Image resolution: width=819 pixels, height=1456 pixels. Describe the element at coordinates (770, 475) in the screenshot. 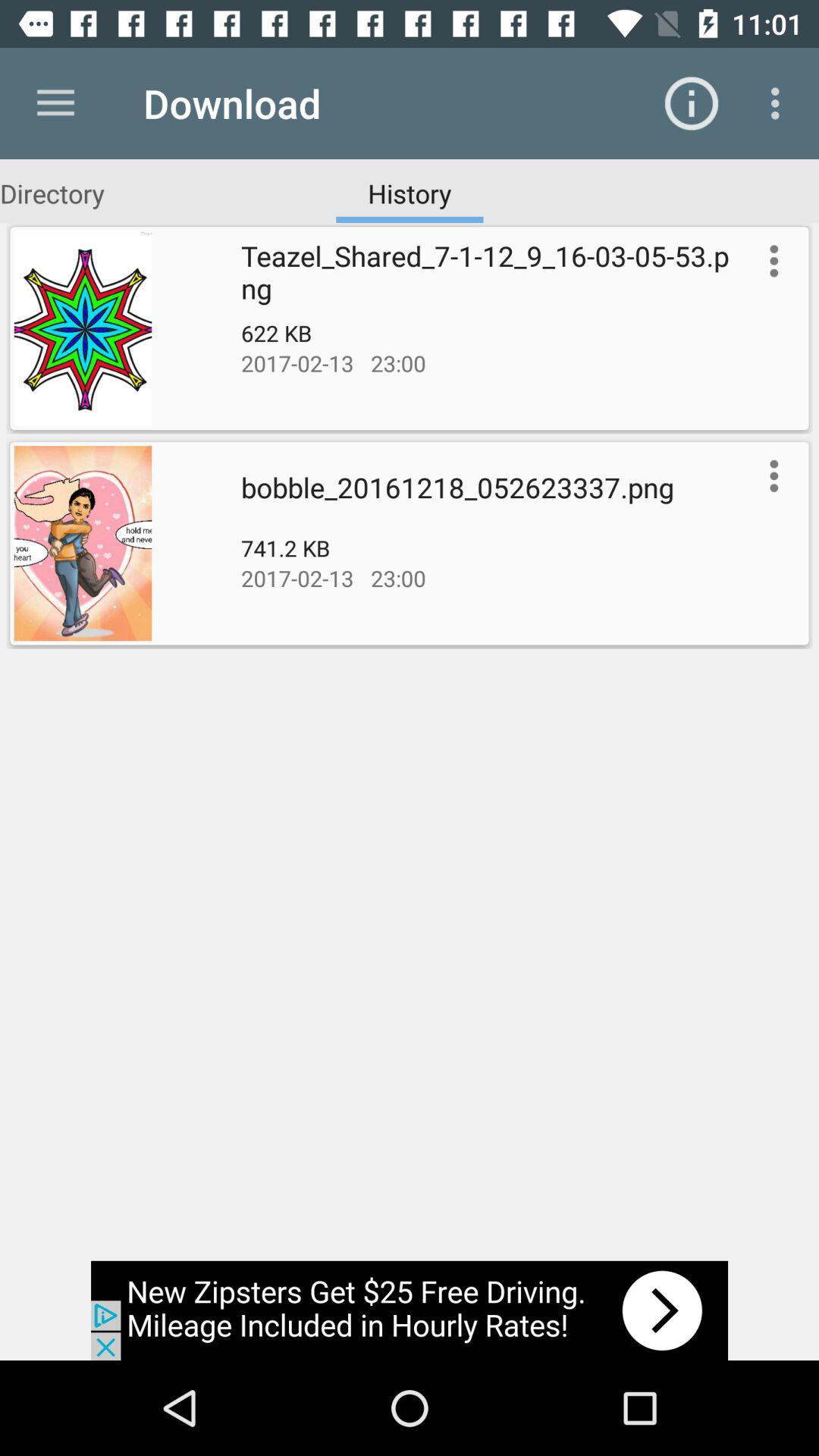

I see `show more options` at that location.